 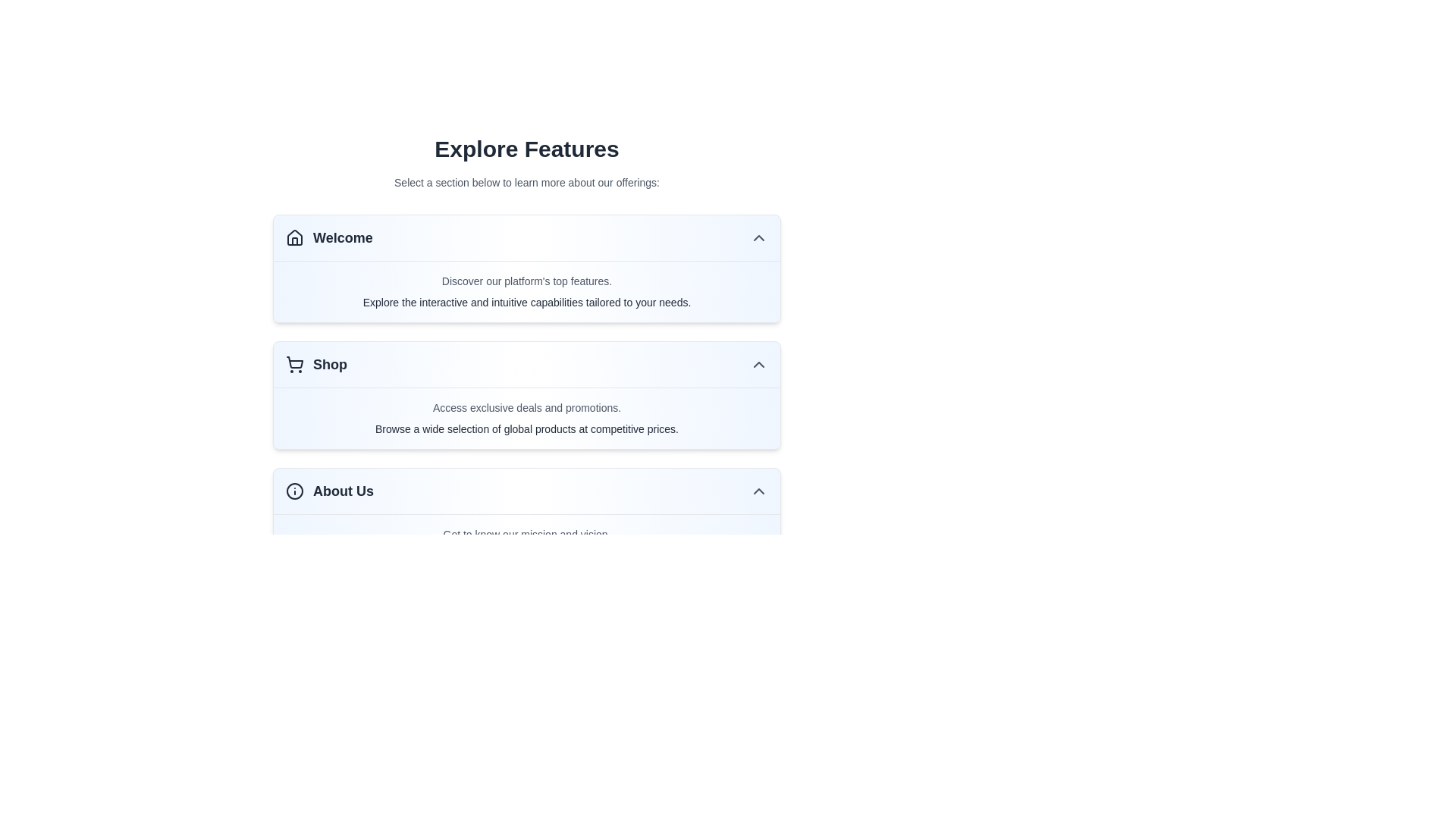 I want to click on the chevron icon located in the upper-right corner of the 'About Us' section, so click(x=759, y=491).